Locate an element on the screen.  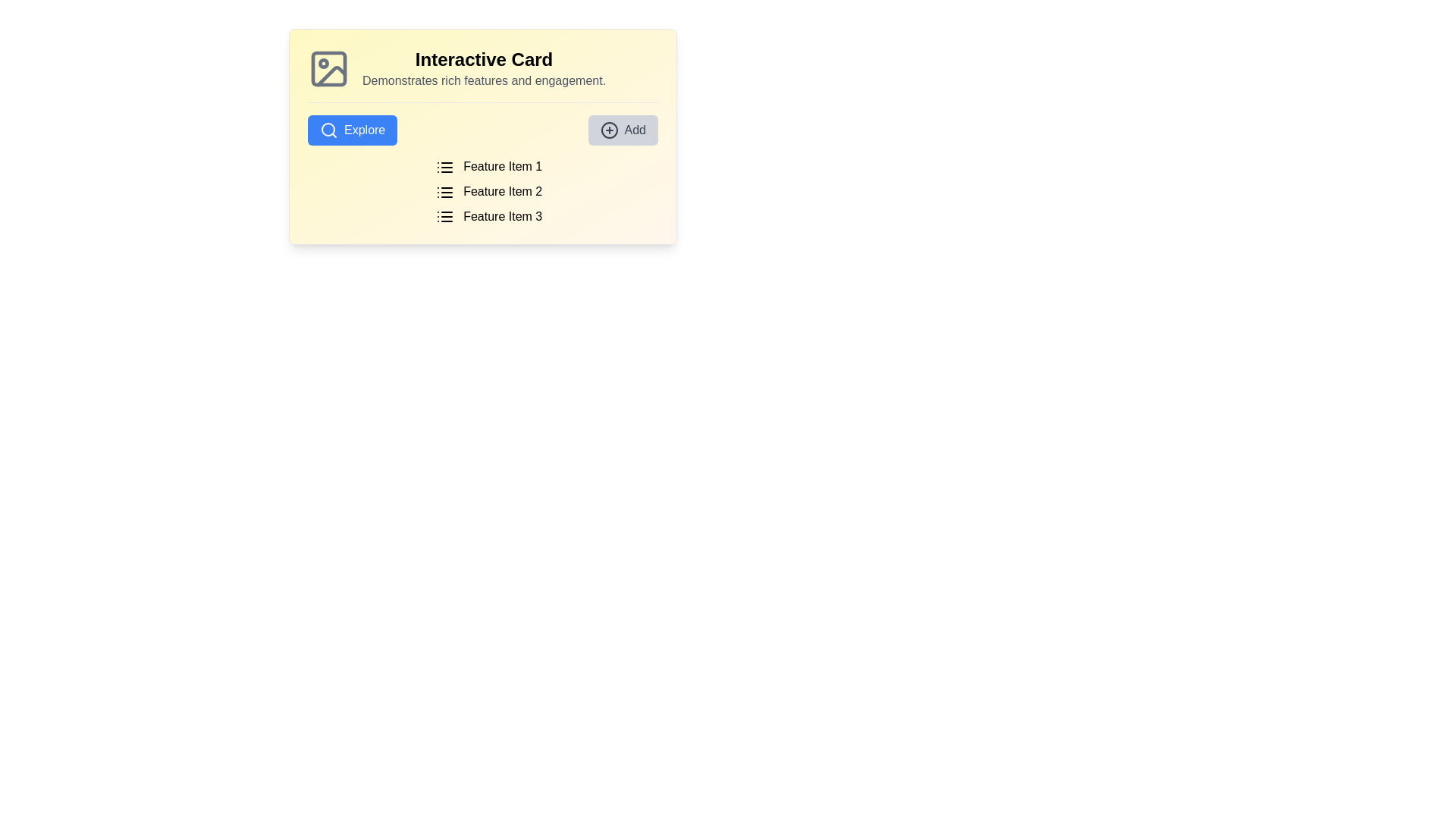
the text label that reads 'Demonstrates rich features and engagement.' styled in light gray, located below the title 'Interactive Card' on a pastel yellow background is located at coordinates (483, 81).